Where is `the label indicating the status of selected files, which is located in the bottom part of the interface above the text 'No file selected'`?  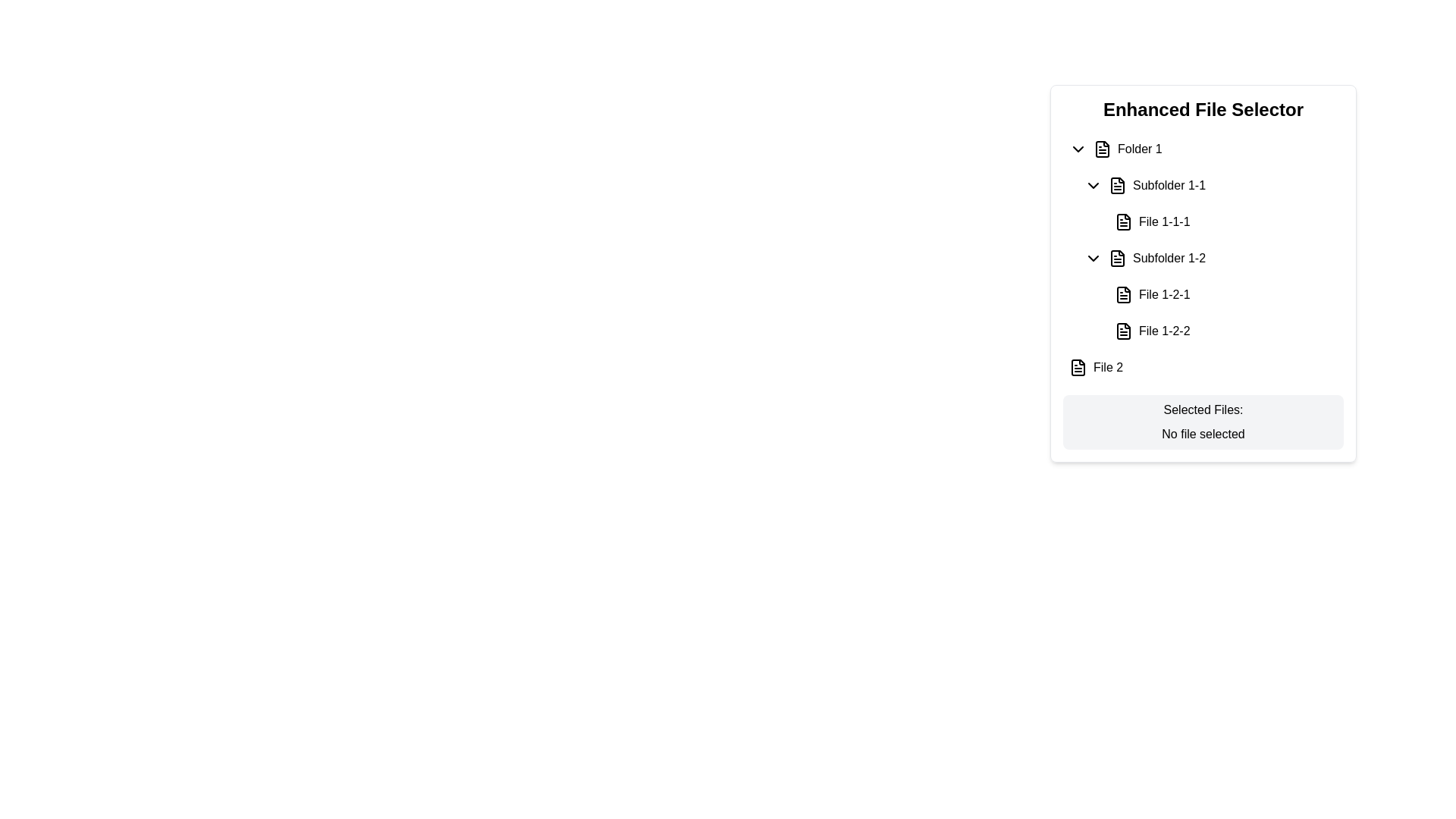 the label indicating the status of selected files, which is located in the bottom part of the interface above the text 'No file selected' is located at coordinates (1203, 409).